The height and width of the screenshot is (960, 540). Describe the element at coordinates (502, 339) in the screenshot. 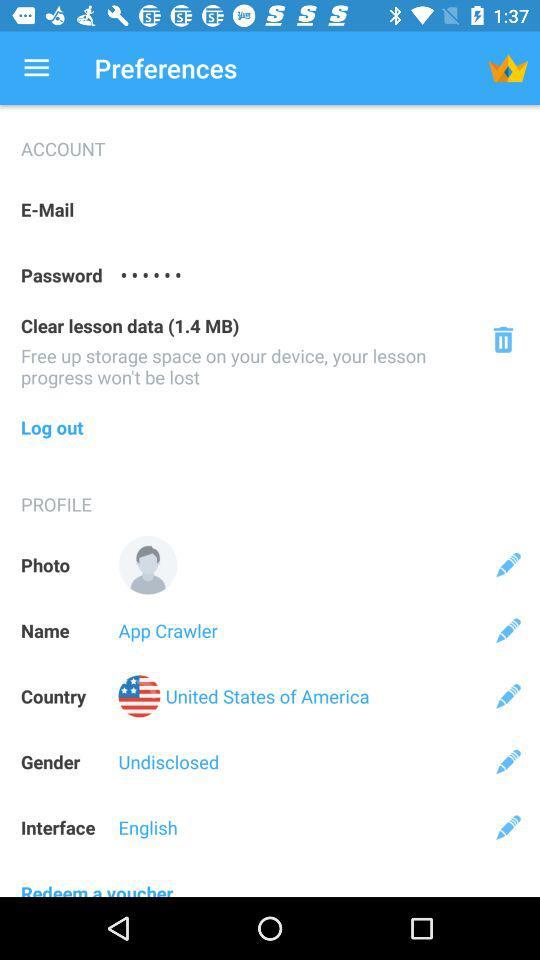

I see `item below ...... item` at that location.